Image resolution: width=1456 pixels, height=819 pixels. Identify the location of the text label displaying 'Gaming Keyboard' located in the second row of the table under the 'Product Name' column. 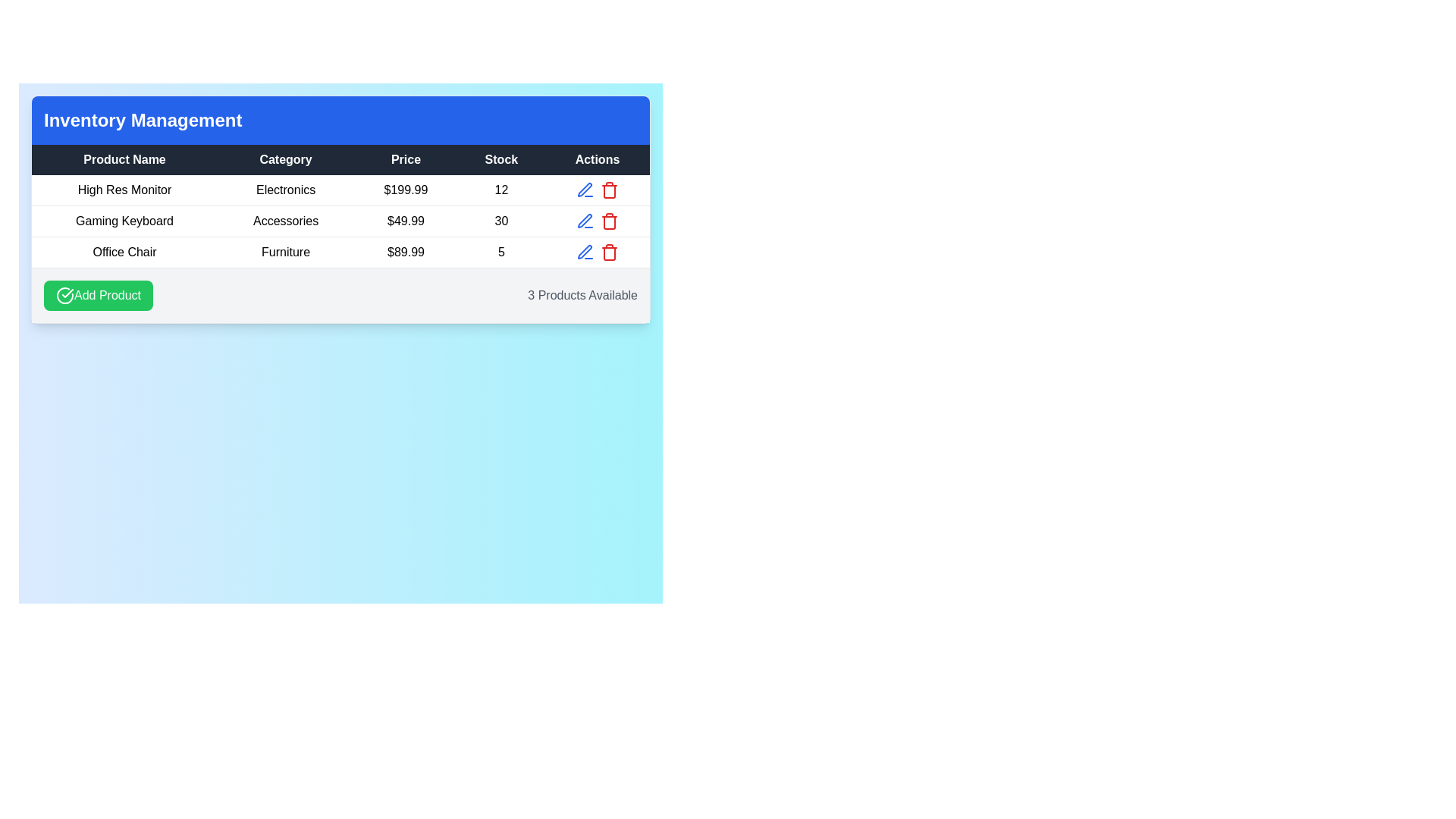
(124, 221).